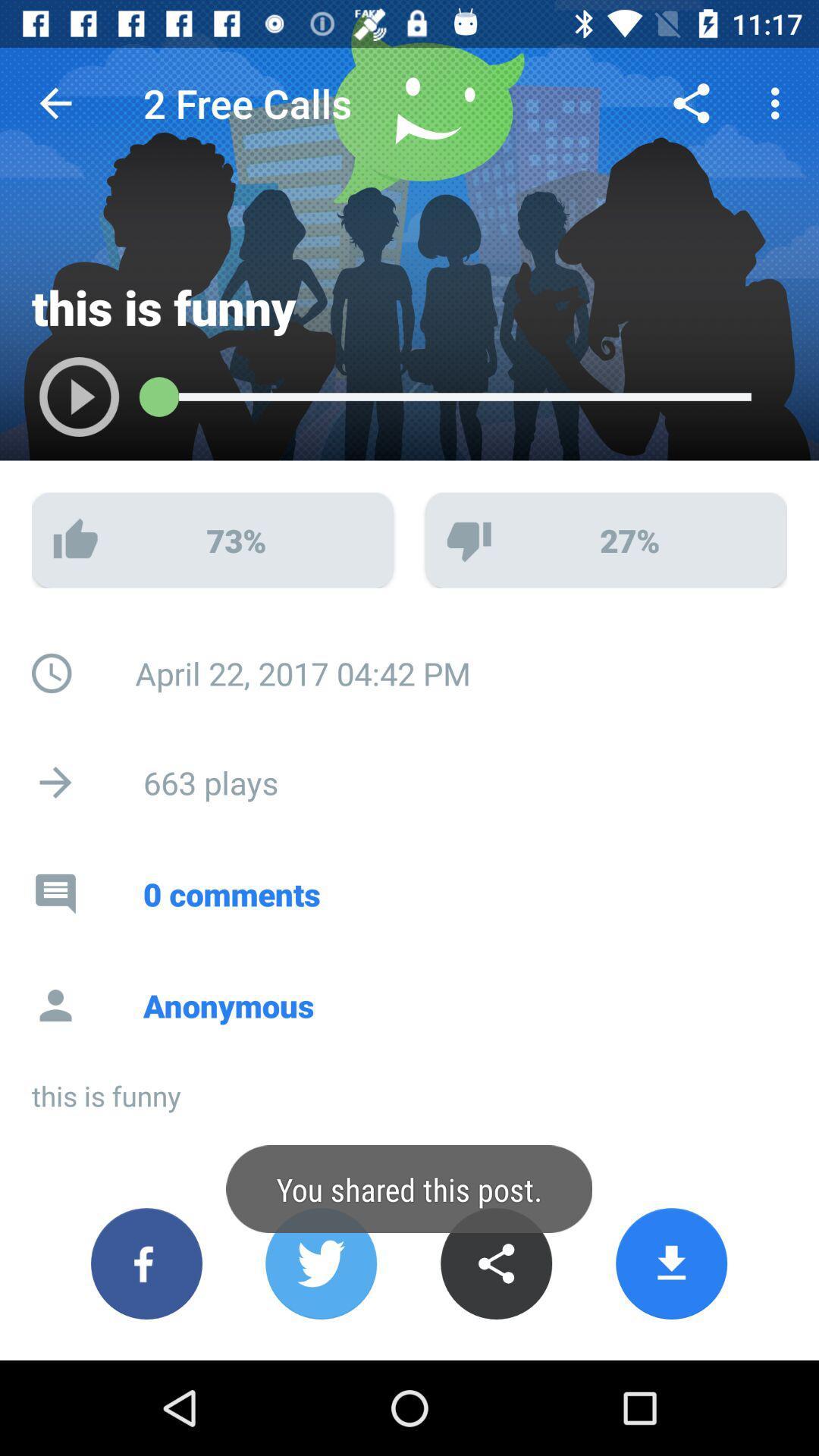 This screenshot has height=1456, width=819. What do you see at coordinates (670, 1263) in the screenshot?
I see `download the ringtone` at bounding box center [670, 1263].